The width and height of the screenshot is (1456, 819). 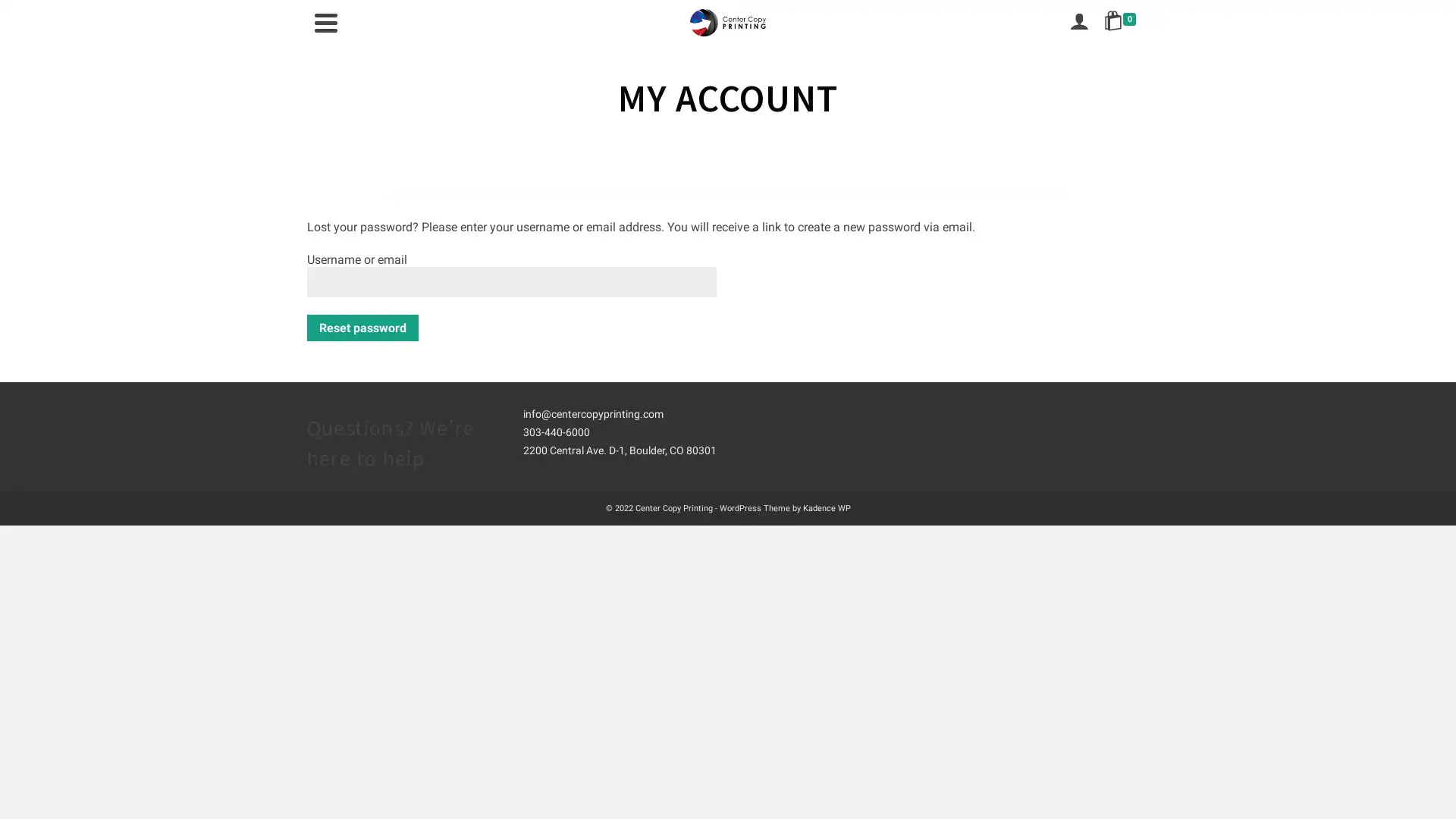 What do you see at coordinates (362, 327) in the screenshot?
I see `Reset password` at bounding box center [362, 327].